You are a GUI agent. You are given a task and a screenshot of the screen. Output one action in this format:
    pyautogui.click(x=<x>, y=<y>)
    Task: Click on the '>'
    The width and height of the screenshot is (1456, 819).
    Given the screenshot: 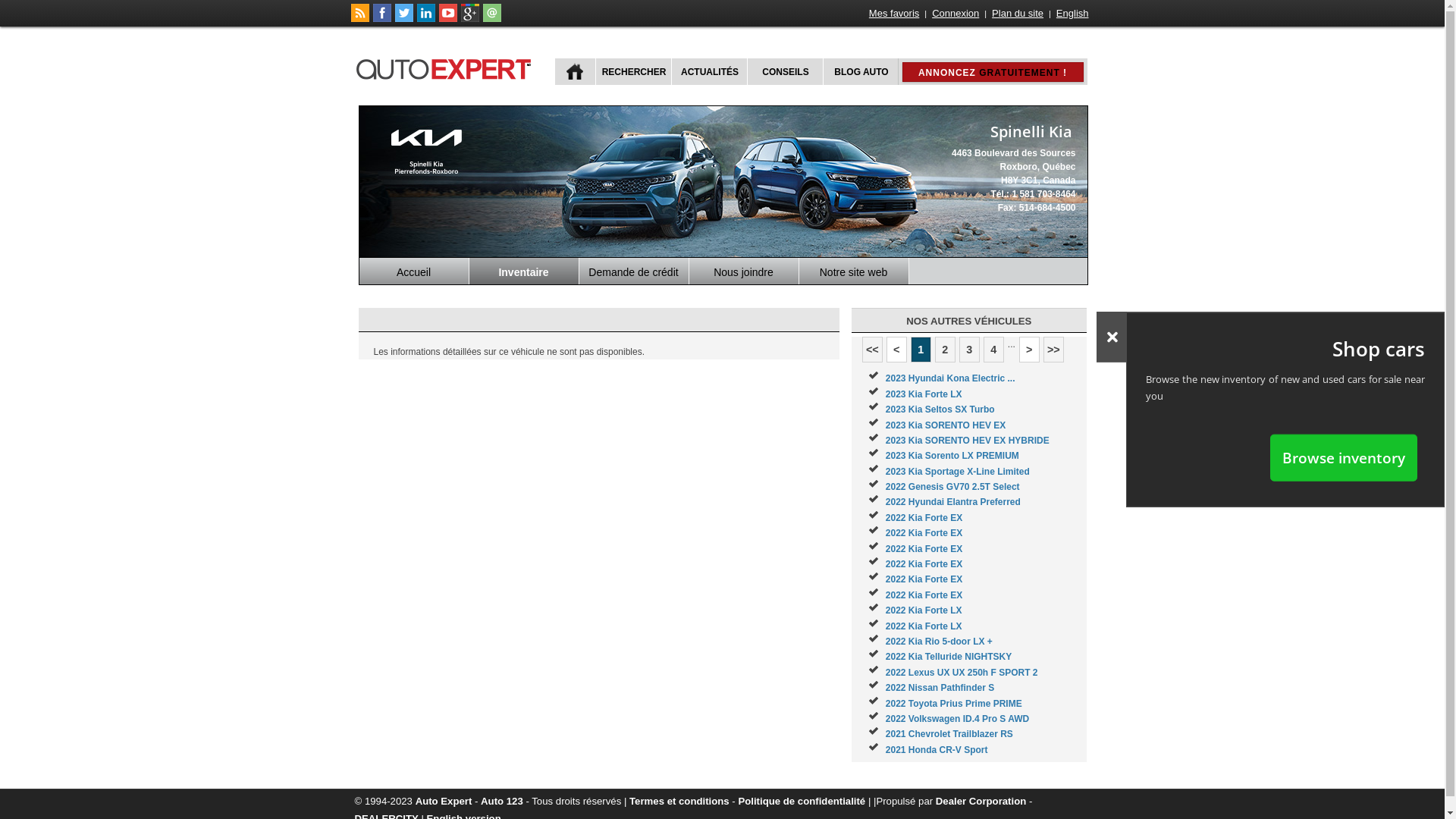 What is the action you would take?
    pyautogui.click(x=1029, y=350)
    